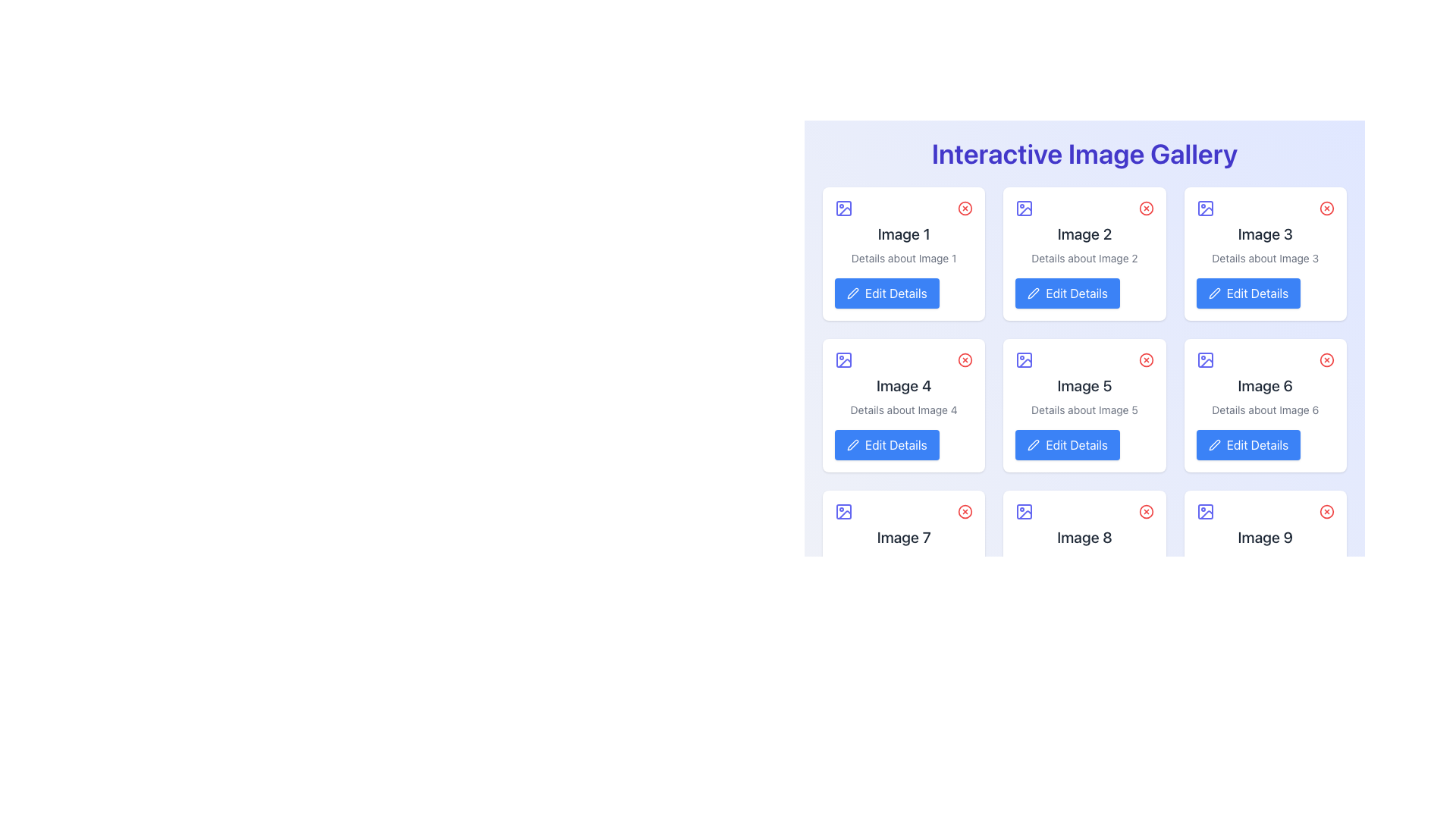  I want to click on the red outlined circular icon button resembling a 'close' or 'remove' button located in the upper-right corner of the card labeled 'Image 3', so click(1326, 208).